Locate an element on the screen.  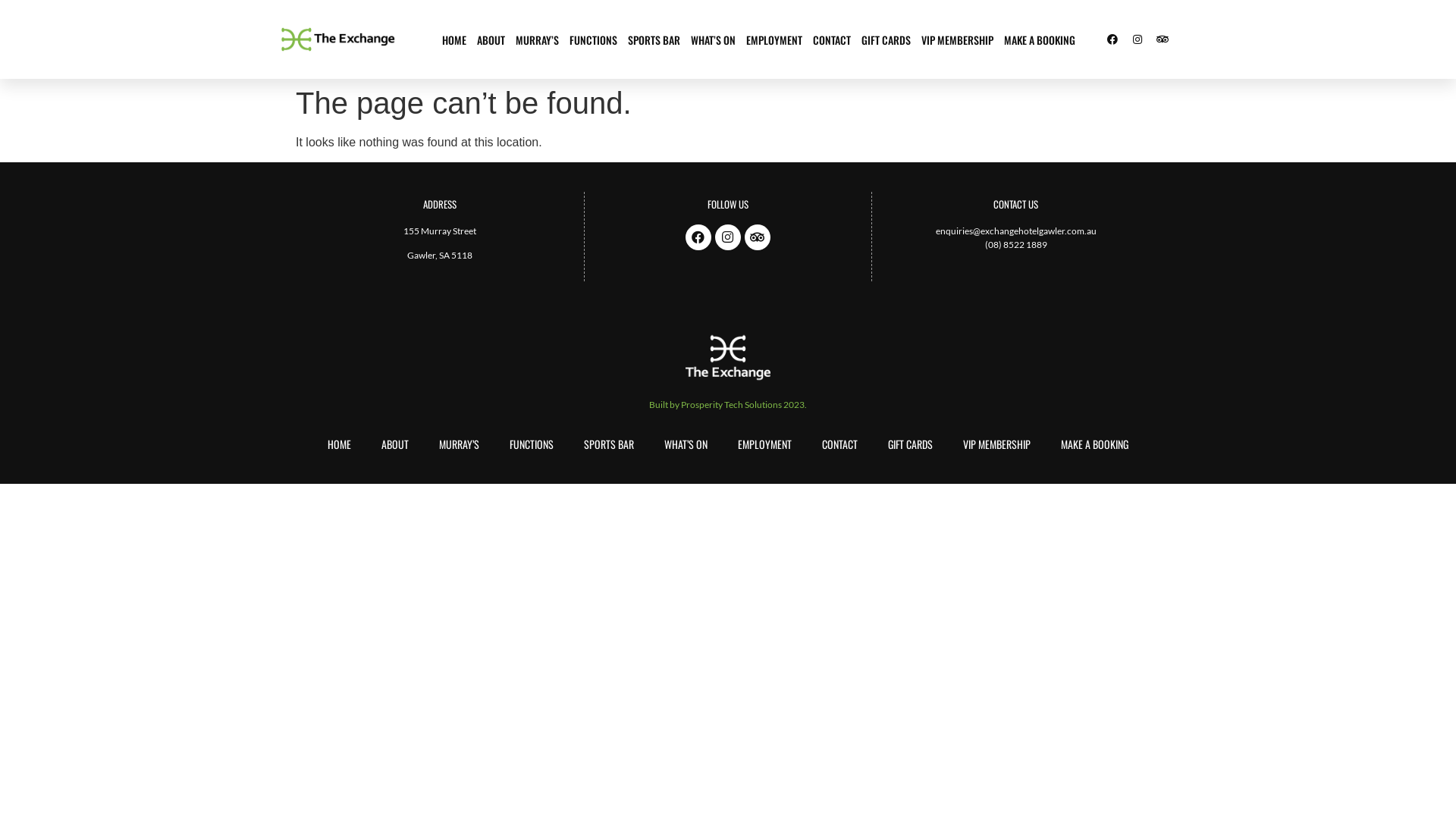
'SPORTS BAR' is located at coordinates (608, 444).